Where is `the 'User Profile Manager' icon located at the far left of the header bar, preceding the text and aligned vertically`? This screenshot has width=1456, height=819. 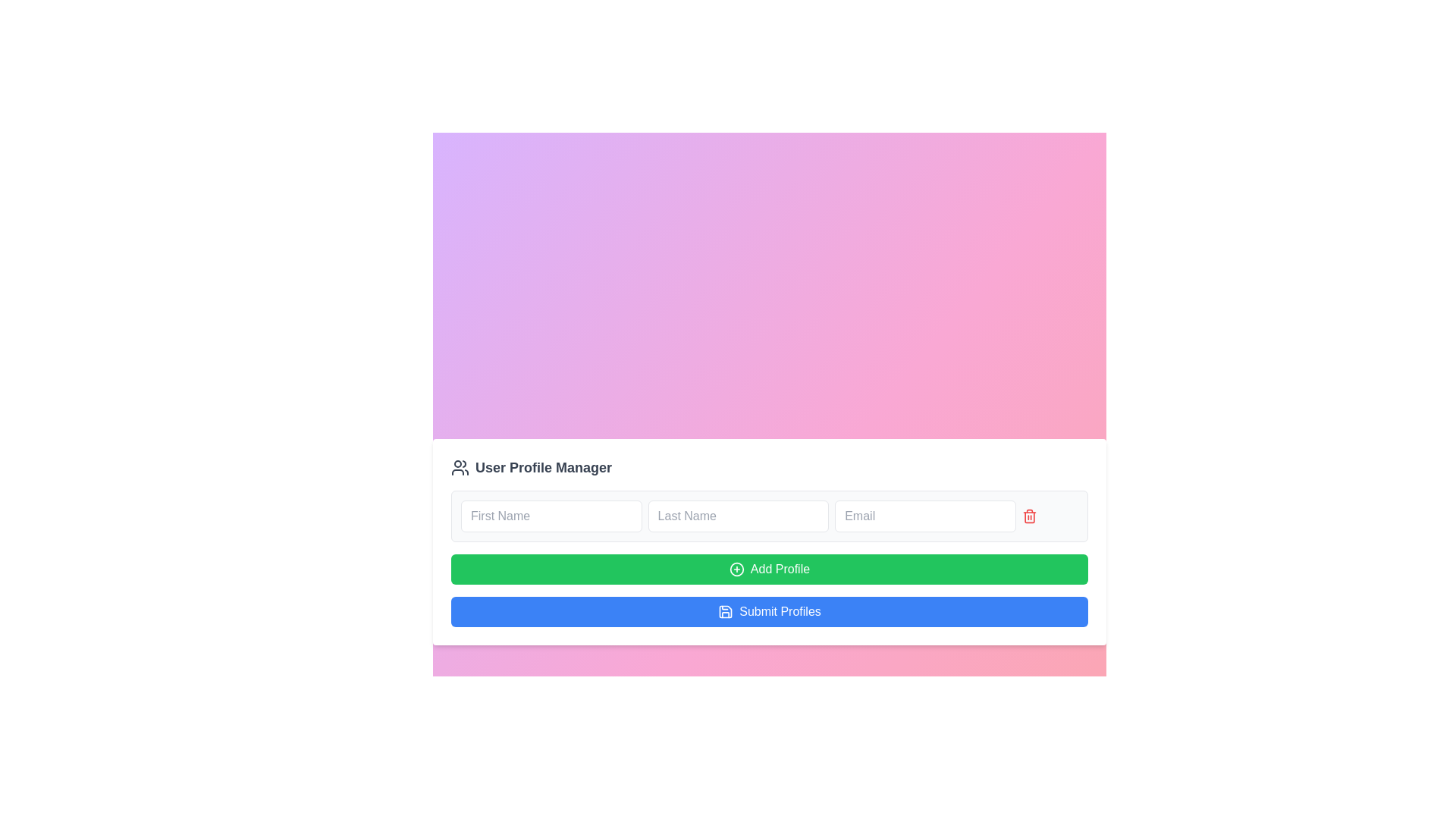 the 'User Profile Manager' icon located at the far left of the header bar, preceding the text and aligned vertically is located at coordinates (459, 467).